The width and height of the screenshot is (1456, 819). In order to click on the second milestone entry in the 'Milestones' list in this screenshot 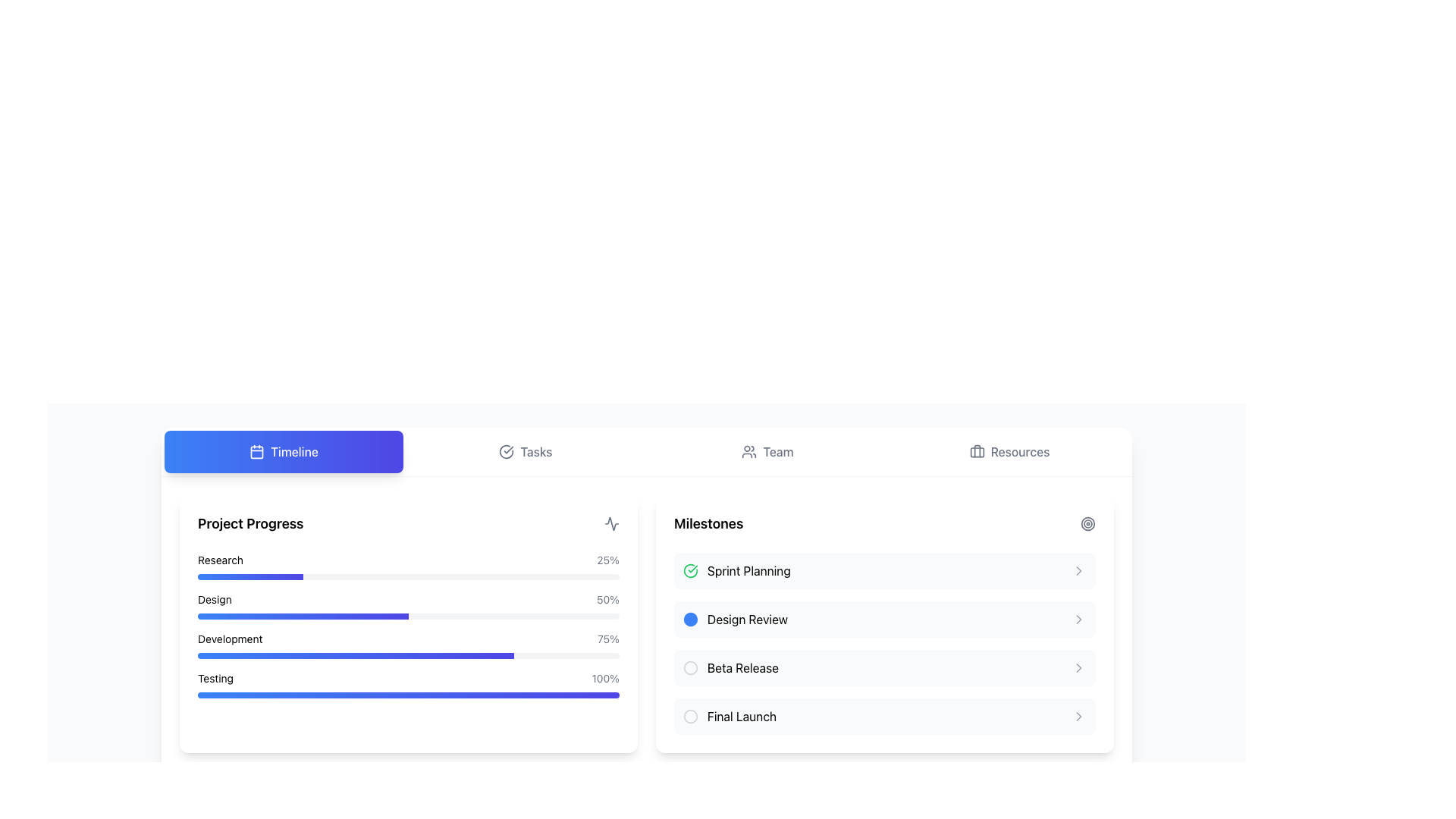, I will do `click(884, 643)`.